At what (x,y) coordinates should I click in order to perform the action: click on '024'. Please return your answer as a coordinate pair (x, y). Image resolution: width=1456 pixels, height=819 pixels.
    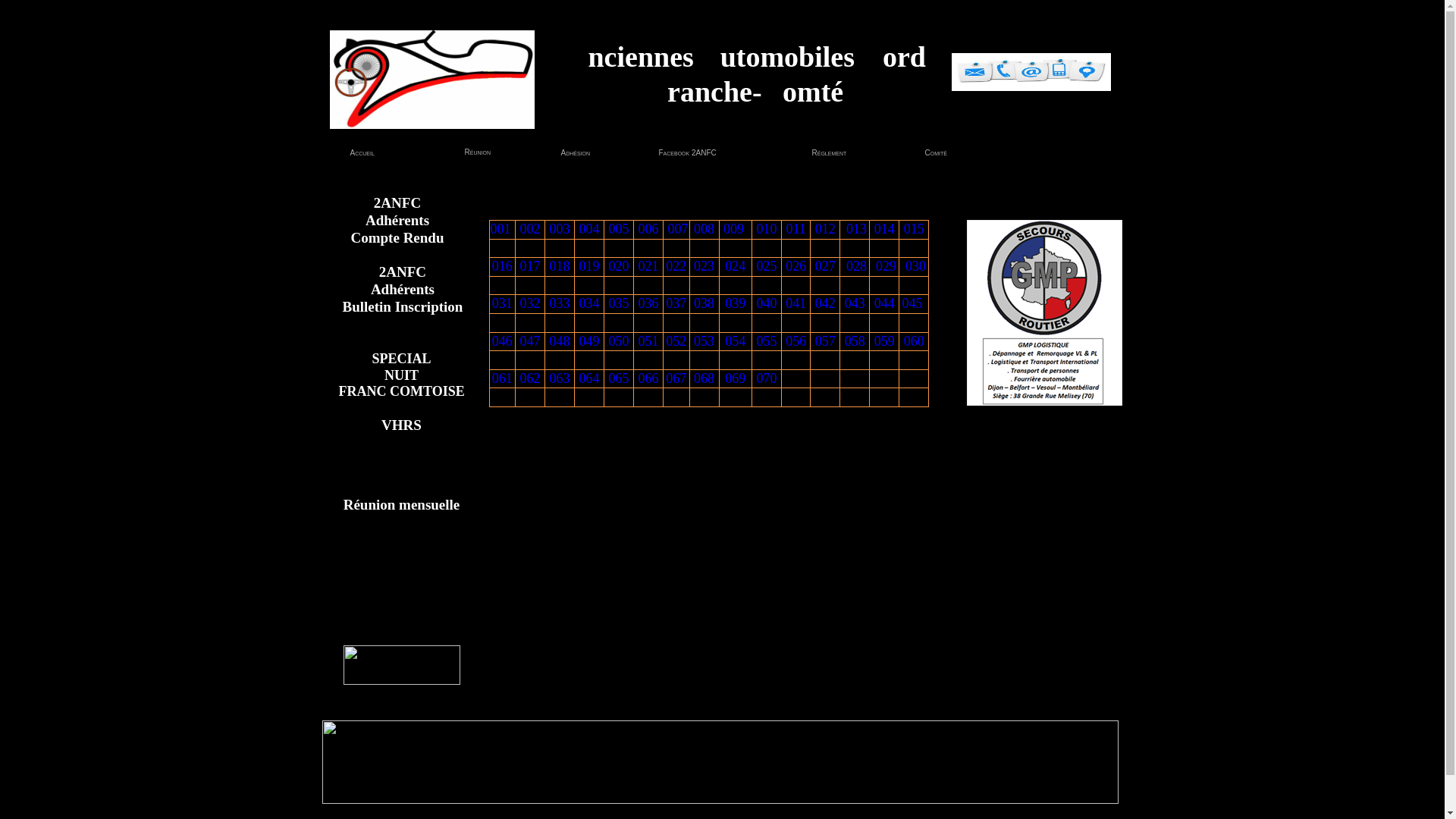
    Looking at the image, I should click on (735, 265).